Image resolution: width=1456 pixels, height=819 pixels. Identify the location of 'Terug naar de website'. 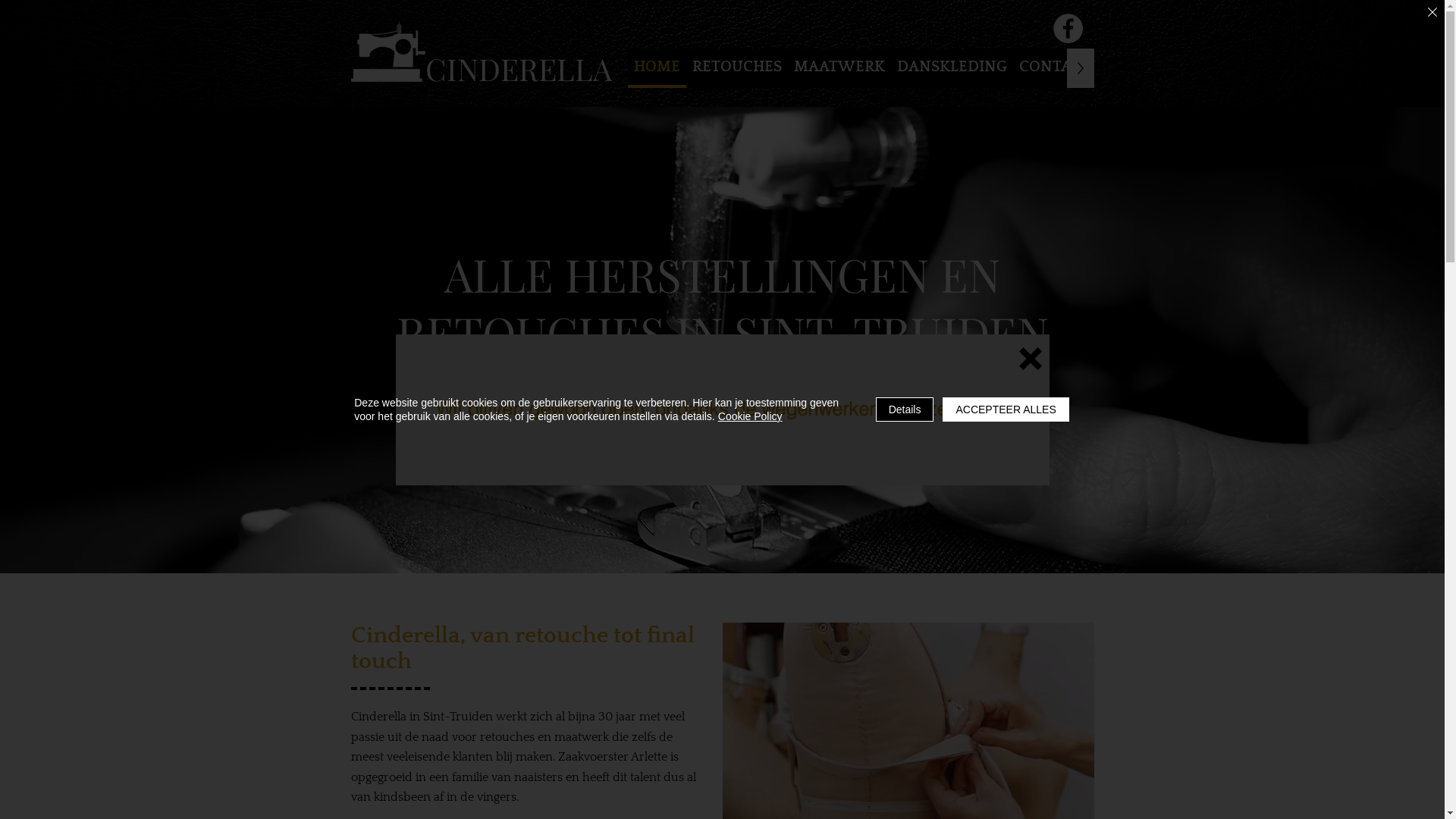
(1030, 359).